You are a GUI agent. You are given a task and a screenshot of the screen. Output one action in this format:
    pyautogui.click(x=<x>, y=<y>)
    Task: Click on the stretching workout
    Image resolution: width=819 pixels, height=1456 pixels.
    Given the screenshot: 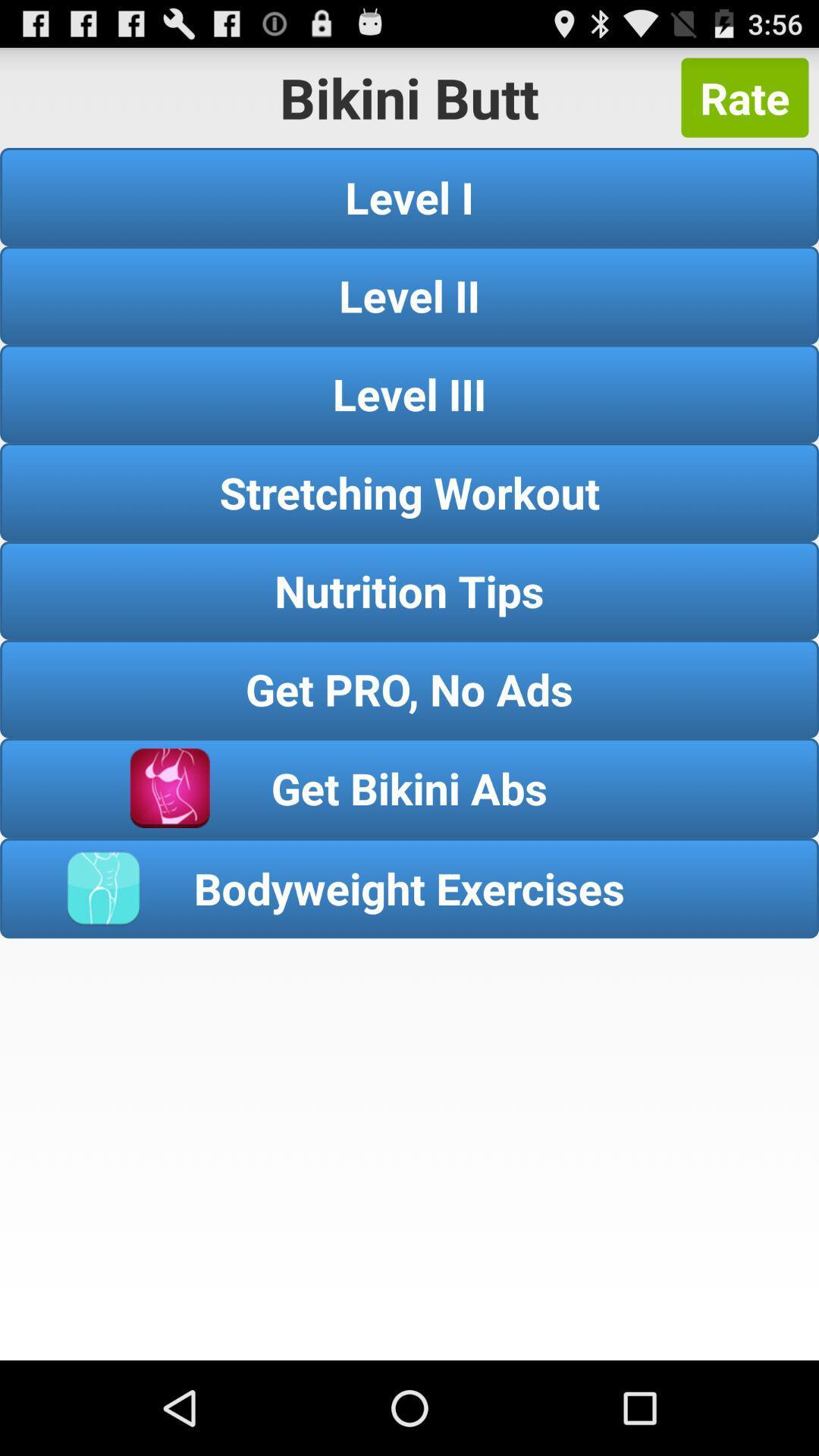 What is the action you would take?
    pyautogui.click(x=409, y=492)
    